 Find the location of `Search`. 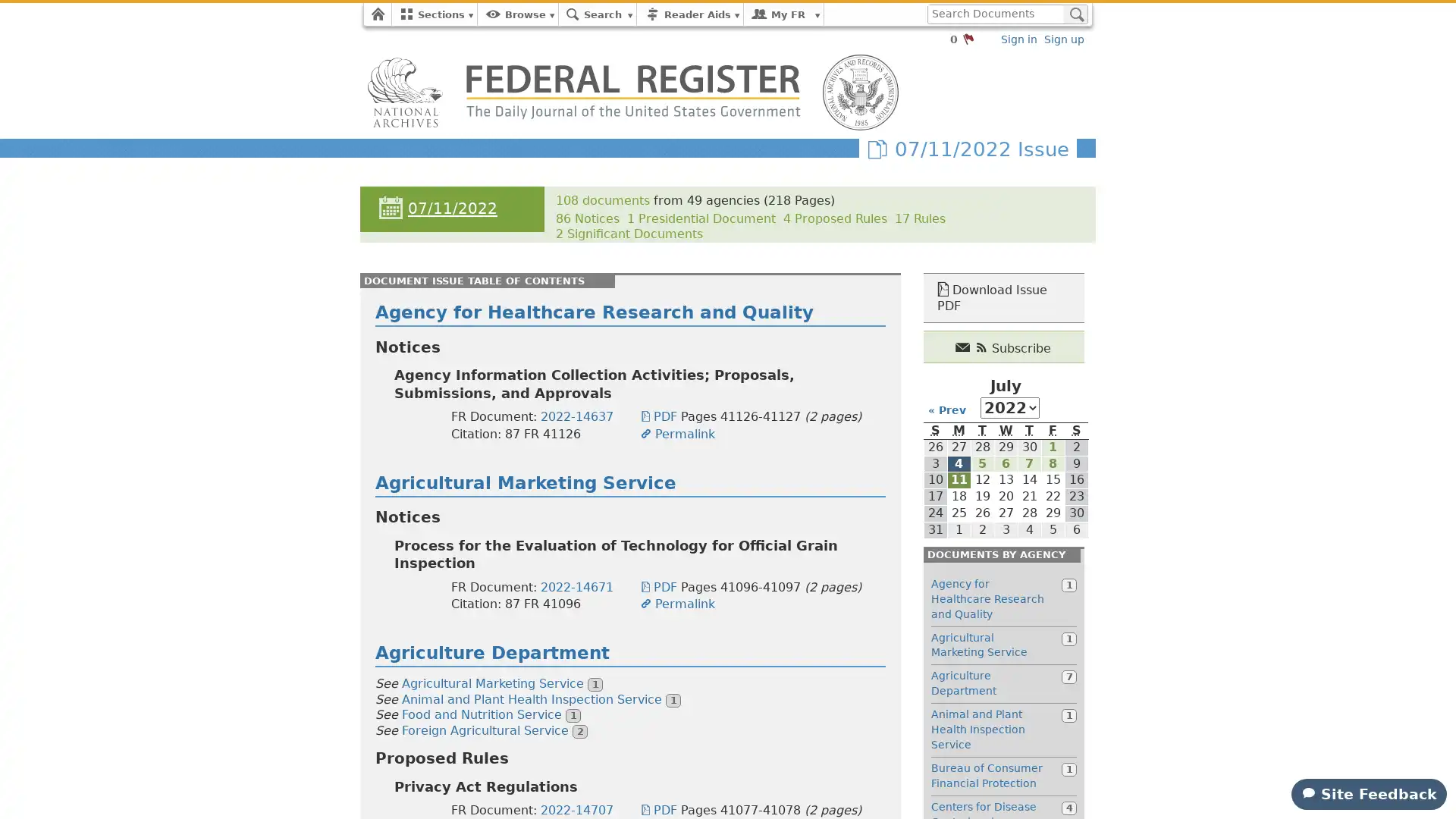

Search is located at coordinates (1075, 14).